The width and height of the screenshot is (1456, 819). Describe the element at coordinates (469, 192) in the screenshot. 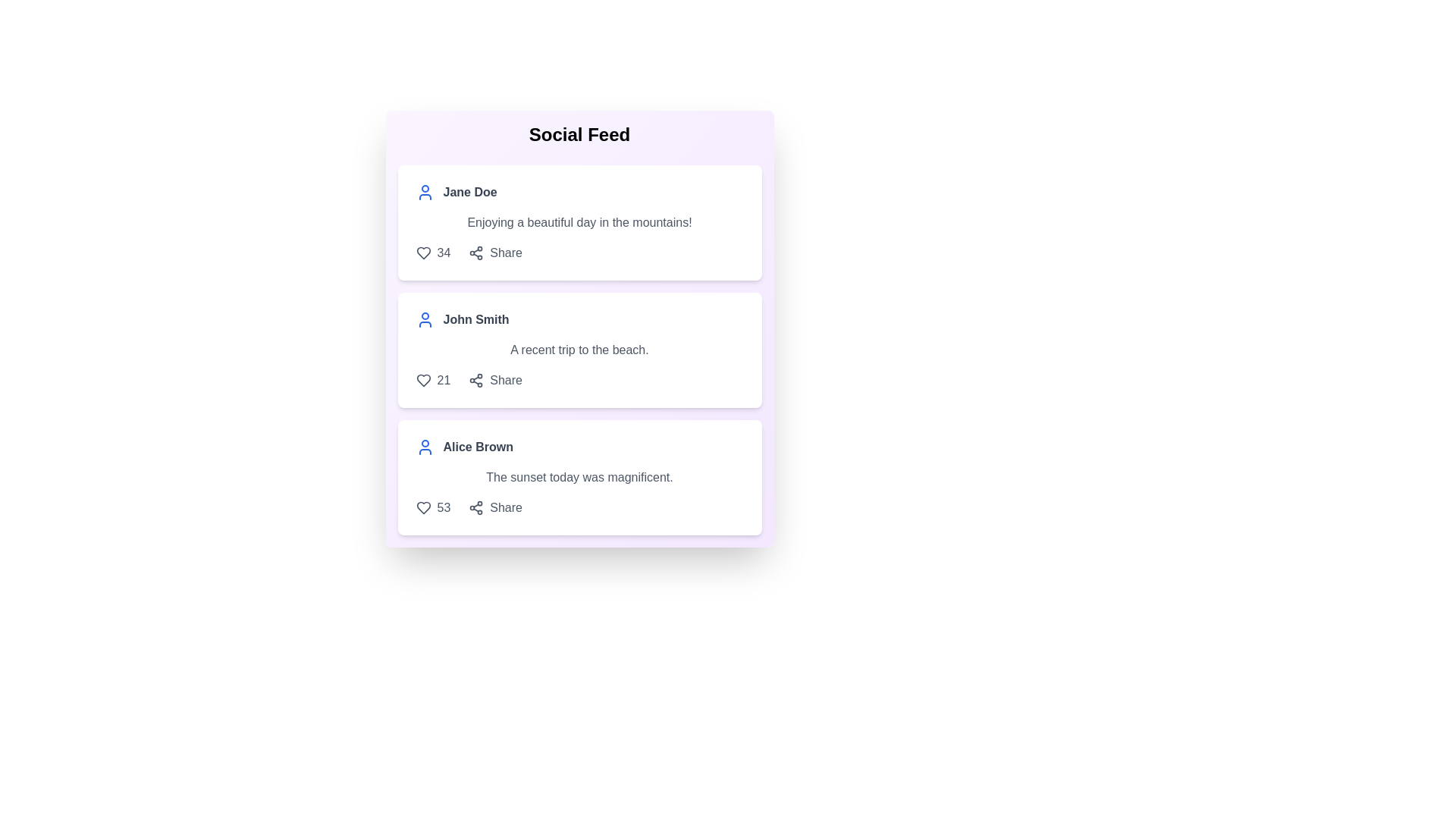

I see `the username of the post's author to view more details` at that location.